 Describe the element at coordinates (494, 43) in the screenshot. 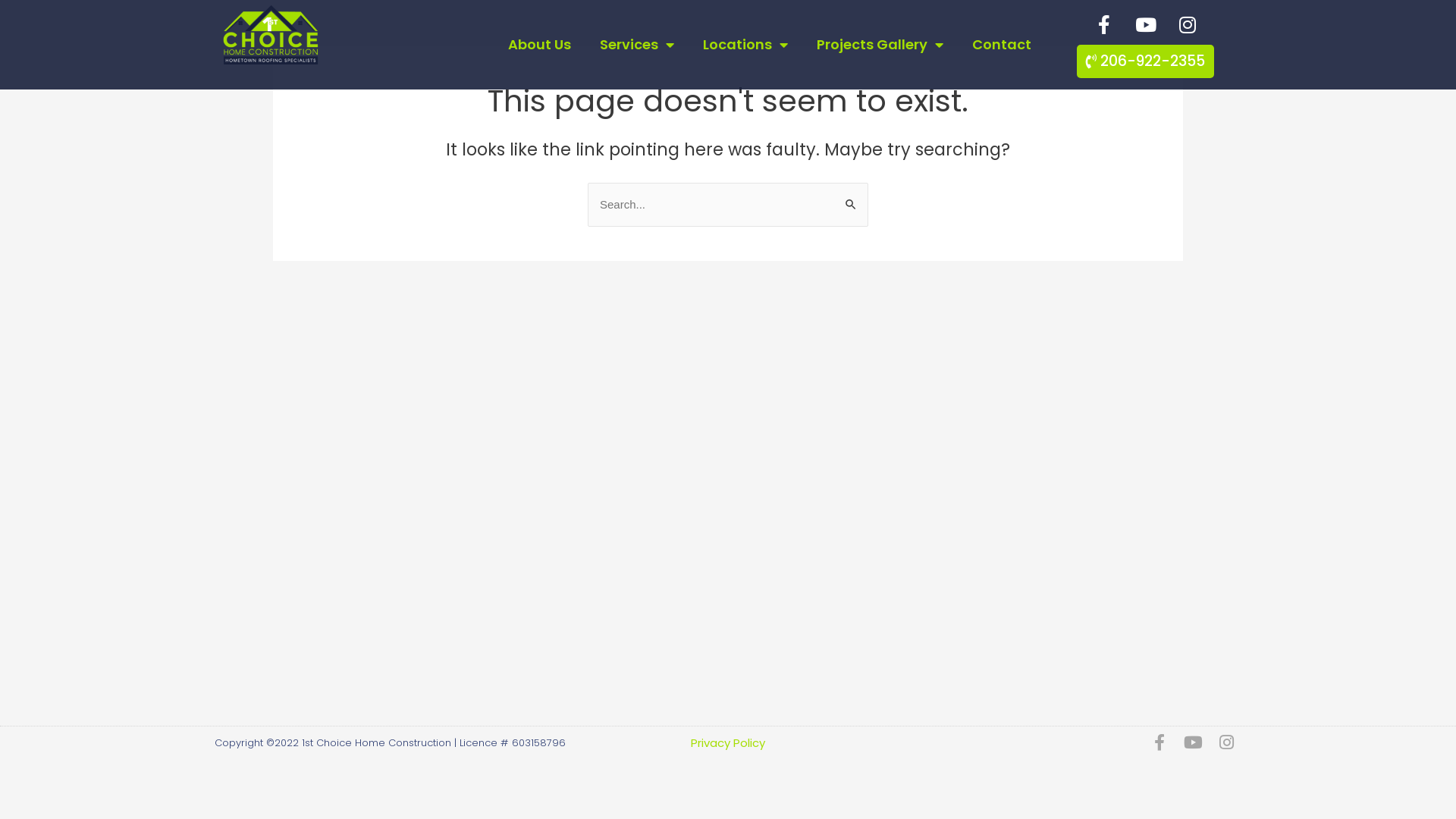

I see `'About Us'` at that location.